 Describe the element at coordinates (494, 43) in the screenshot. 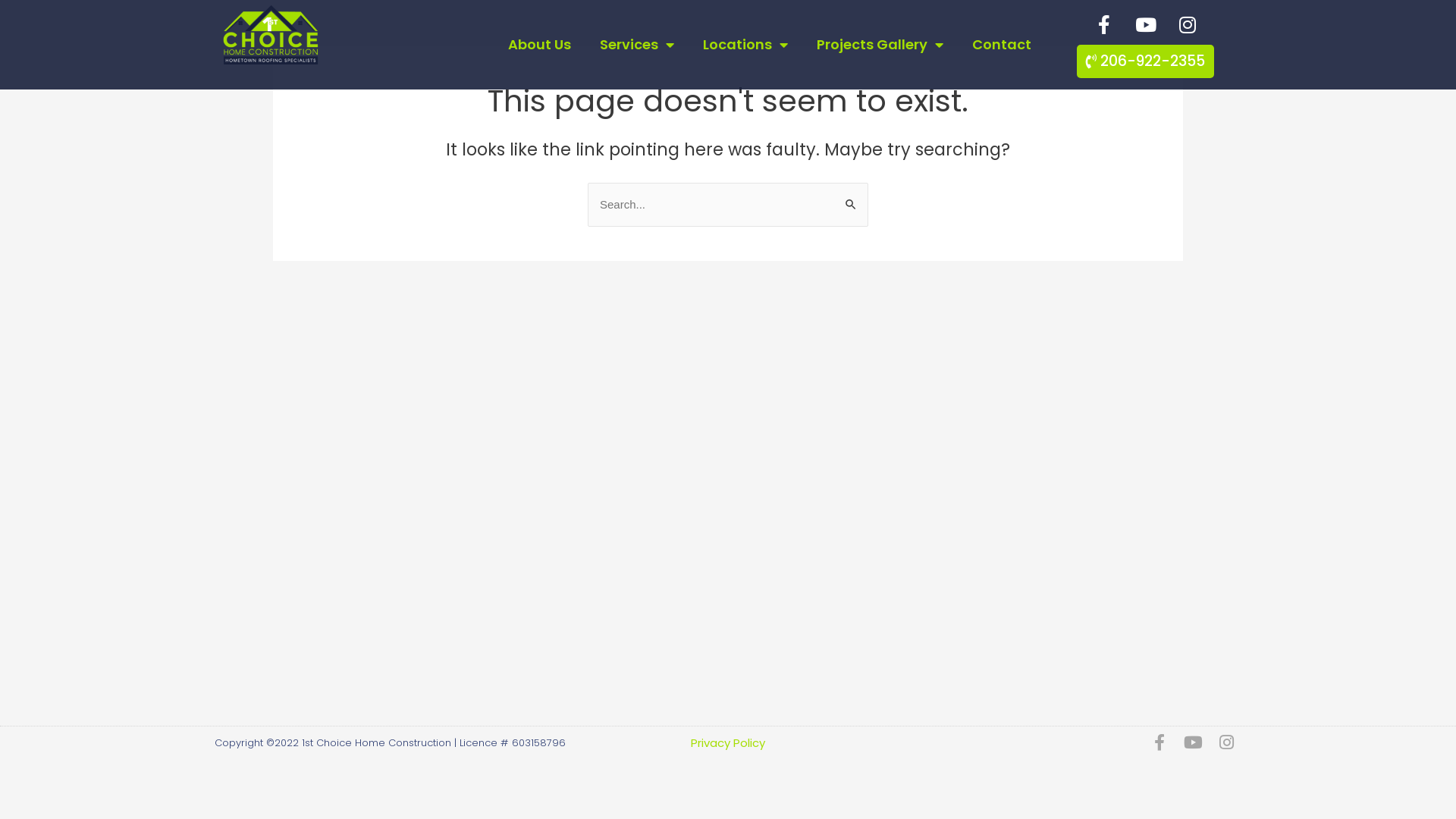

I see `'About Us'` at that location.